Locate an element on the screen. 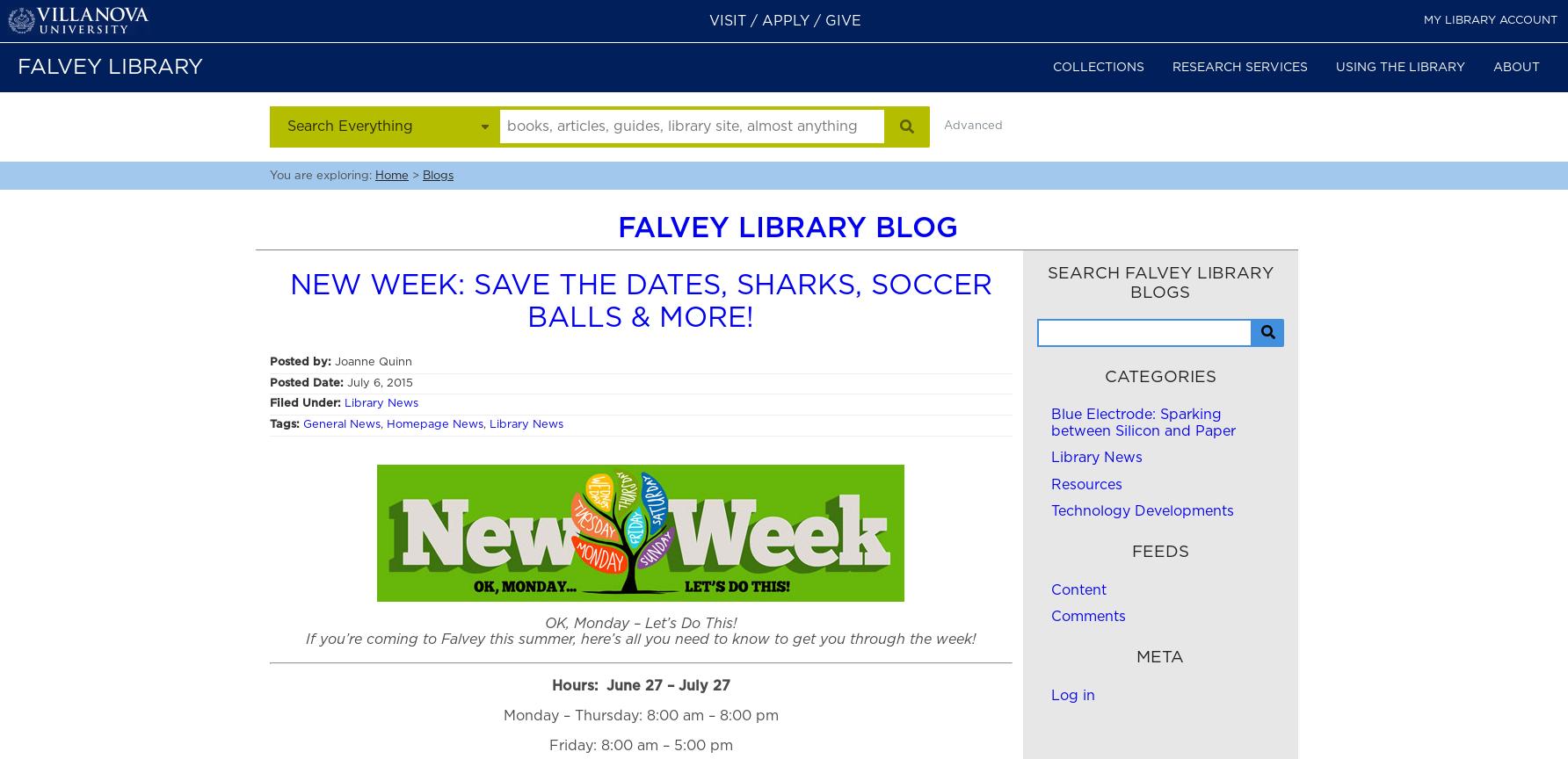 This screenshot has height=759, width=1568. 'Falvey Library' is located at coordinates (109, 67).